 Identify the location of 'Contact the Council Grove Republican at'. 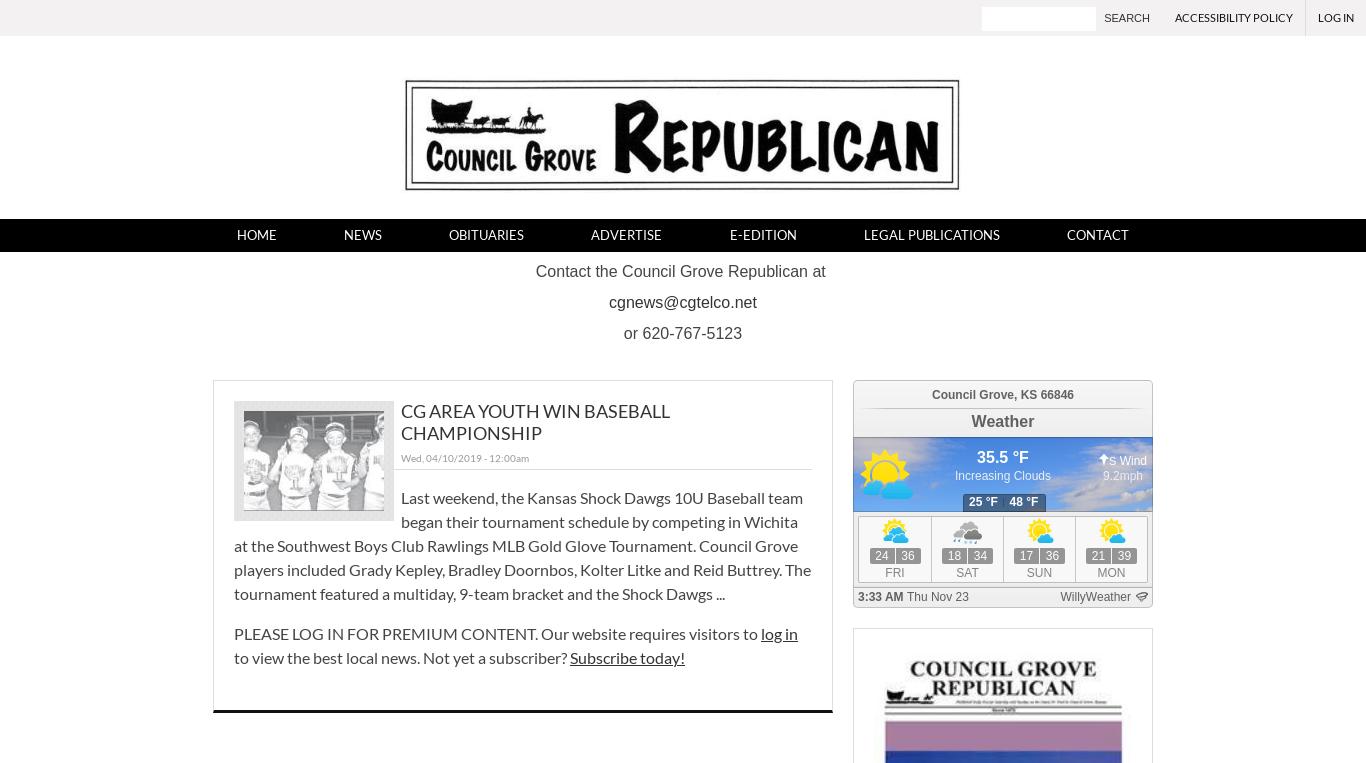
(681, 270).